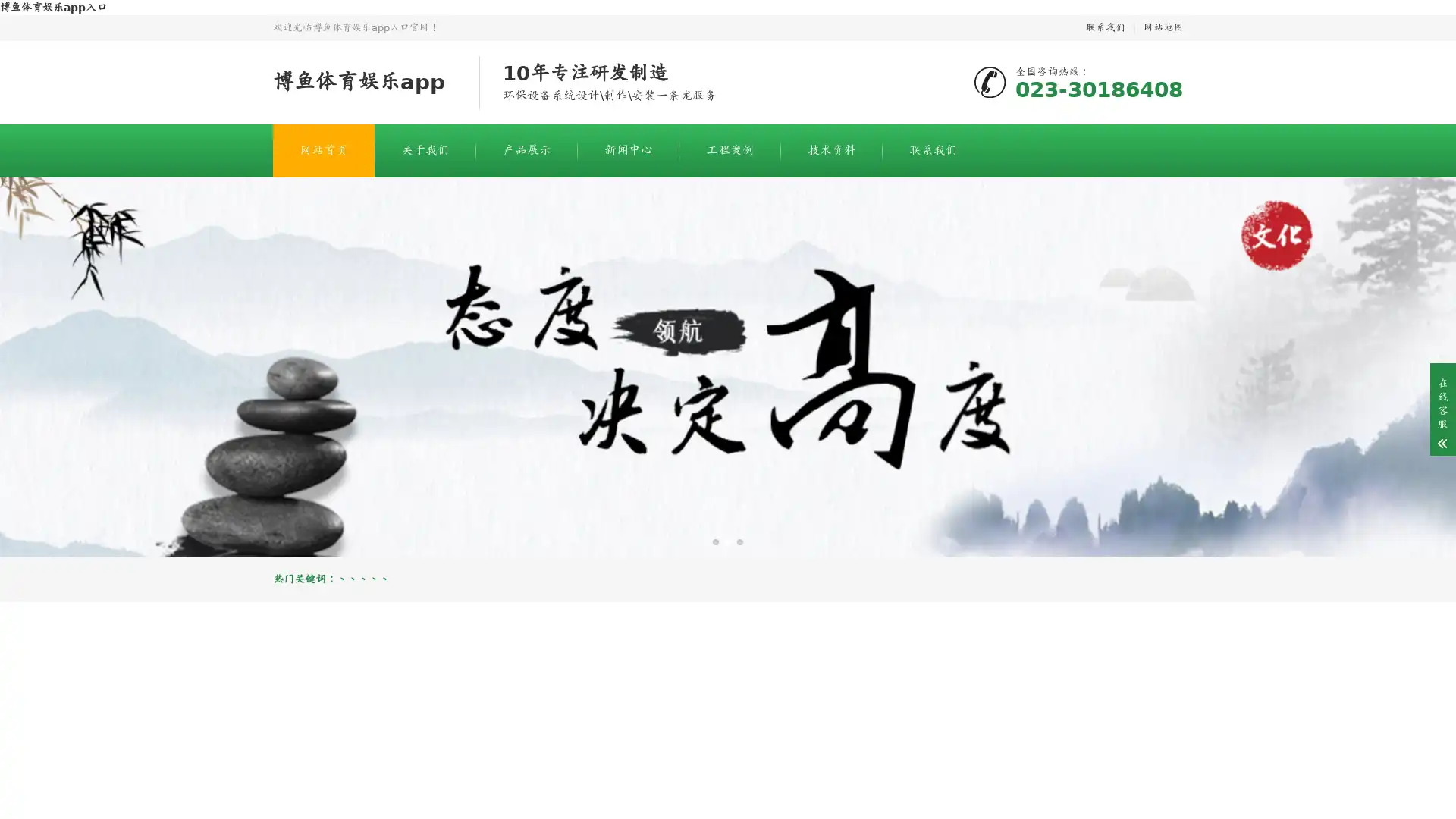 The height and width of the screenshot is (819, 1456). What do you see at coordinates (739, 541) in the screenshot?
I see `Go to slide 3` at bounding box center [739, 541].